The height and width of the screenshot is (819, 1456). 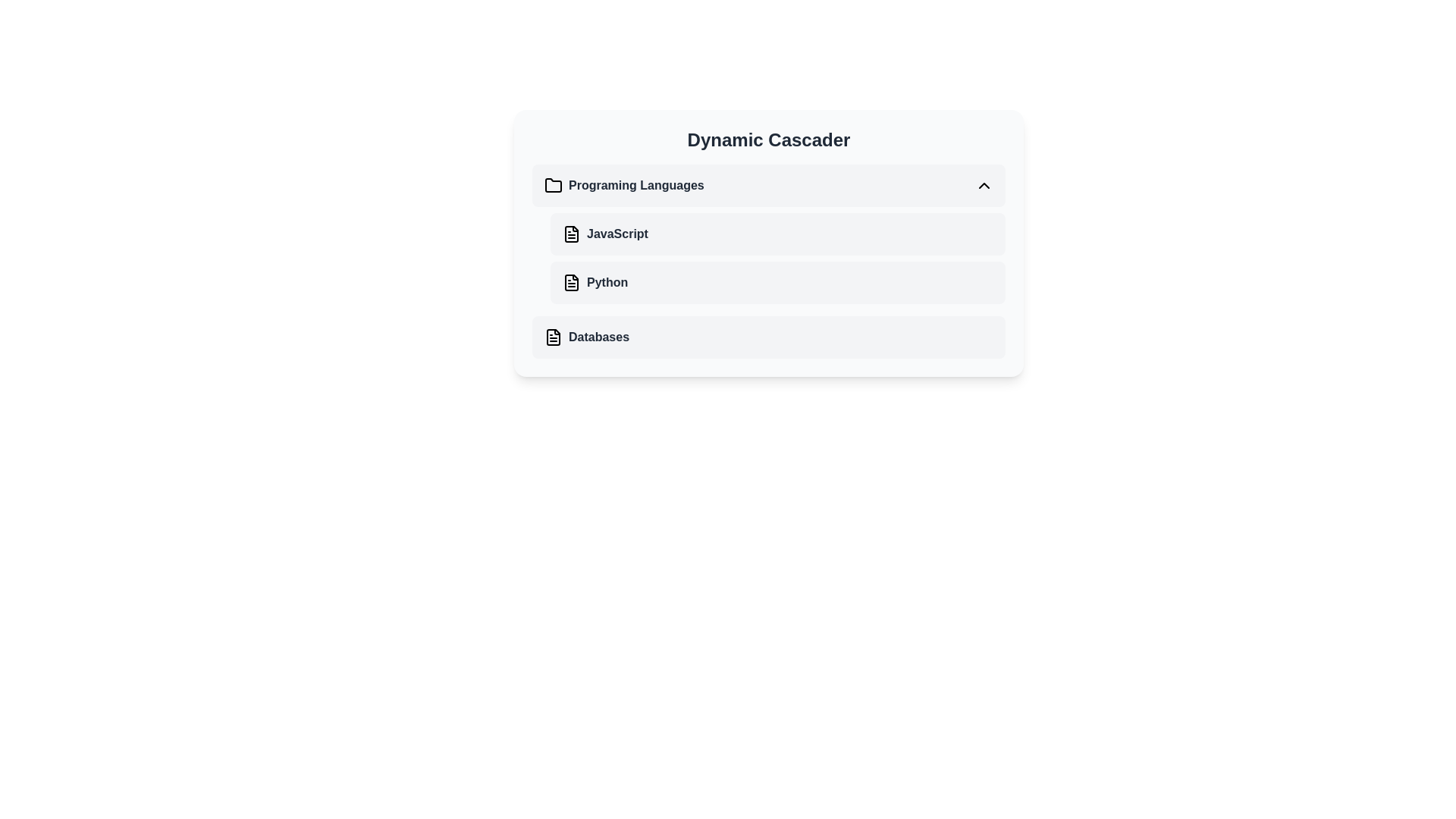 I want to click on the bold text label displaying 'Python' in dark gray within the 'Dynamic Cascader' interface under the 'Programming Languages' category, so click(x=607, y=283).